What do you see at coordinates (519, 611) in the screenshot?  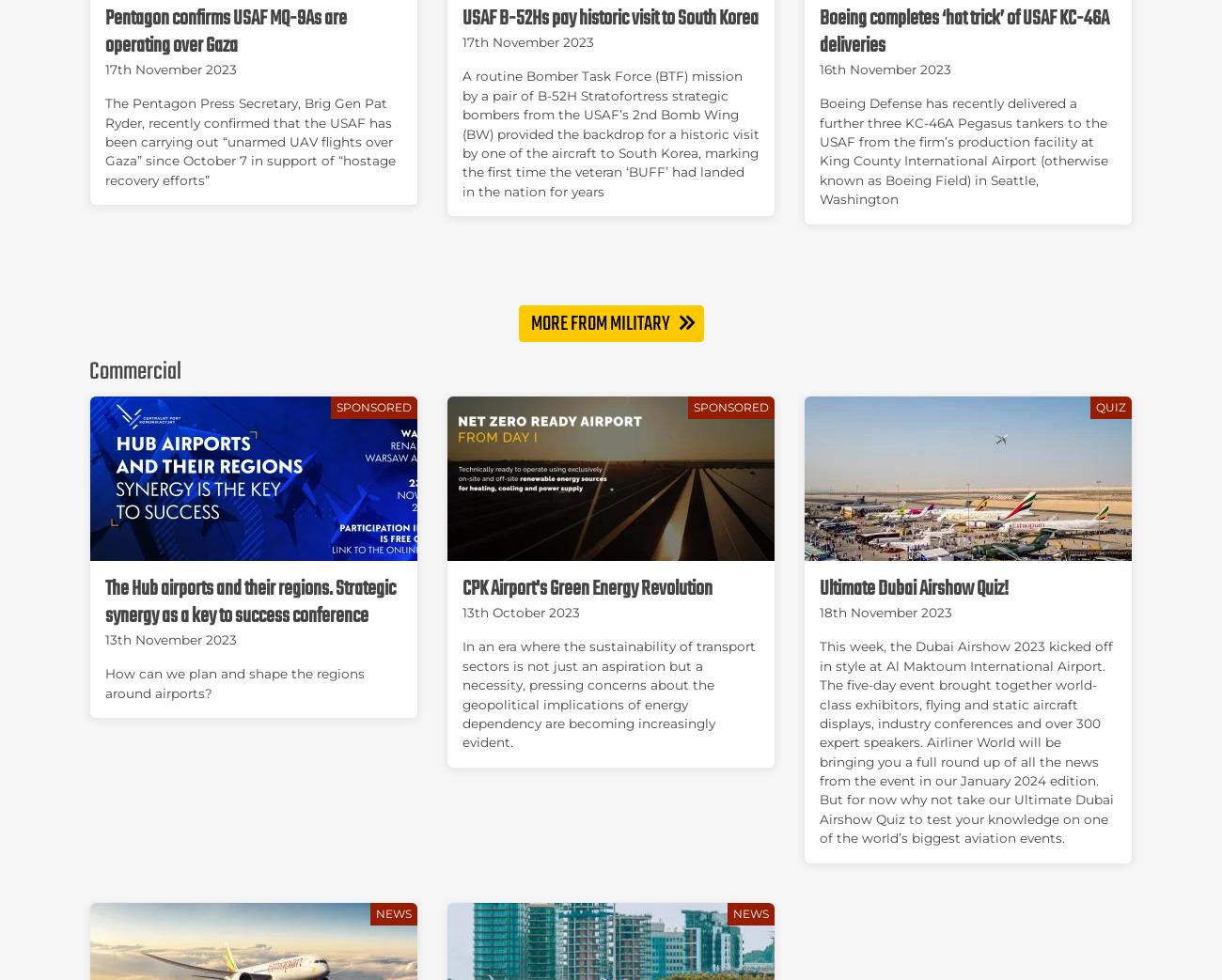 I see `'13th October 2023'` at bounding box center [519, 611].